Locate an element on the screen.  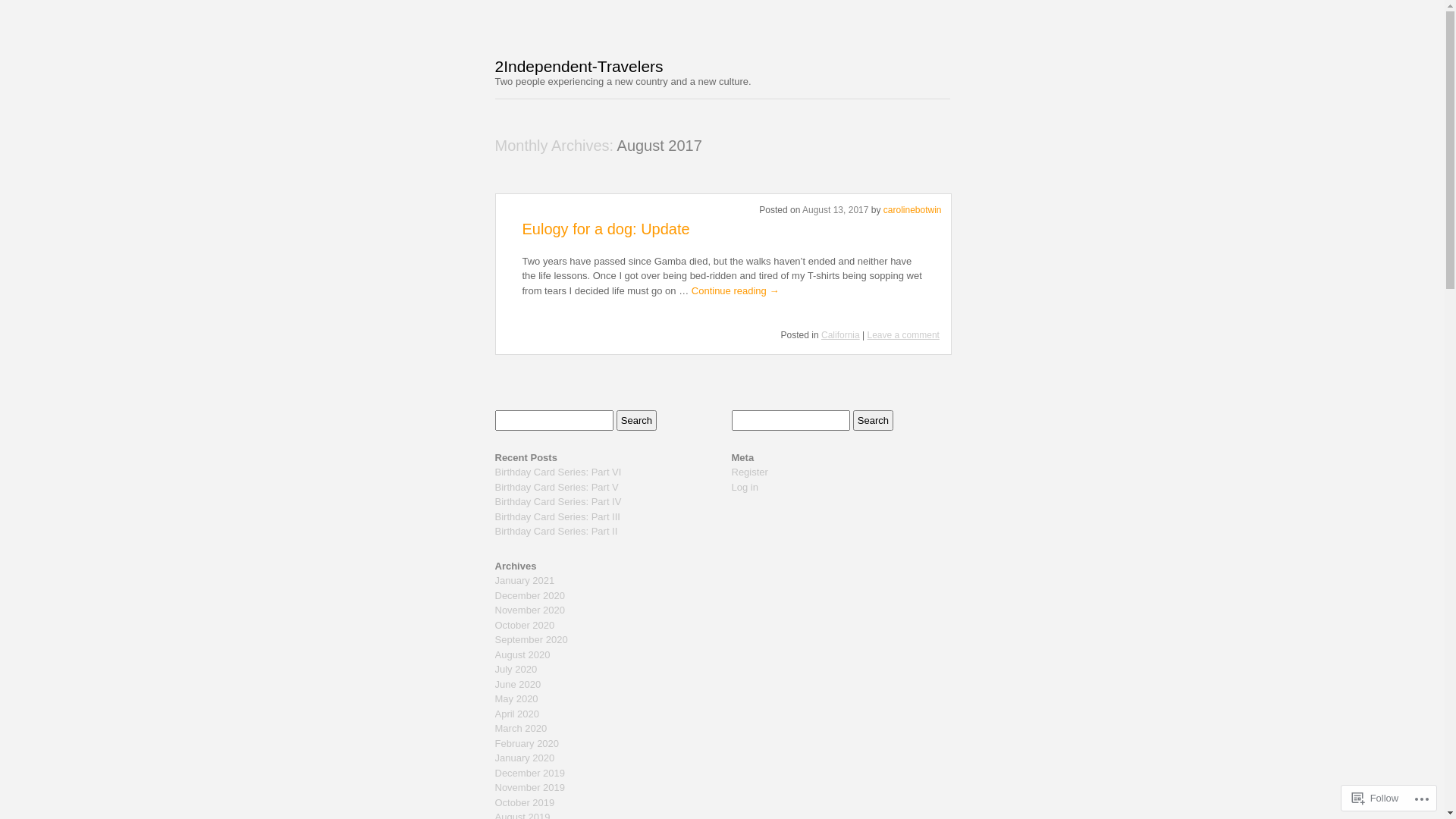
'September 2020' is located at coordinates (531, 639).